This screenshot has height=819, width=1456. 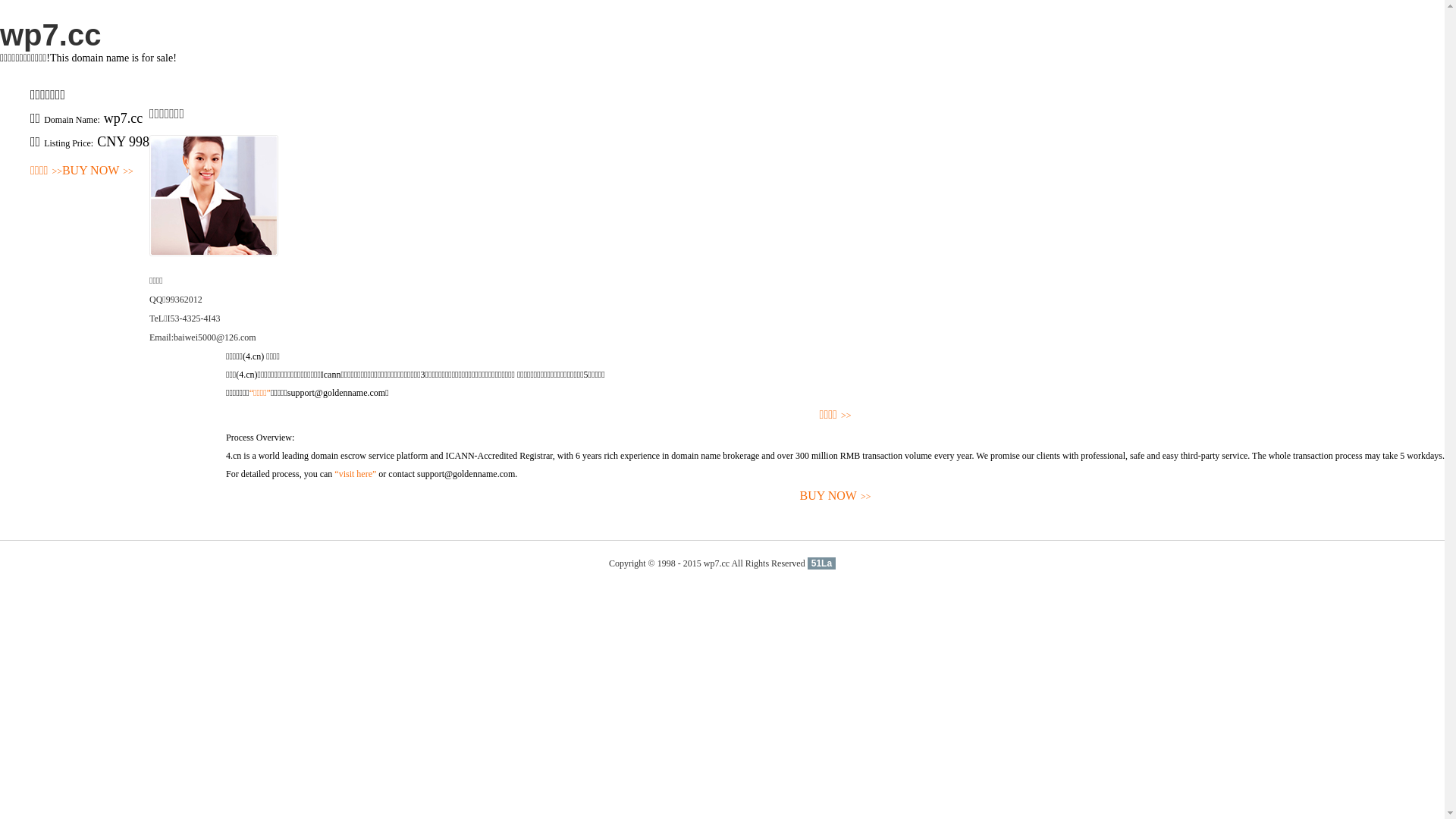 I want to click on 'BUY NOW>>', so click(x=834, y=496).